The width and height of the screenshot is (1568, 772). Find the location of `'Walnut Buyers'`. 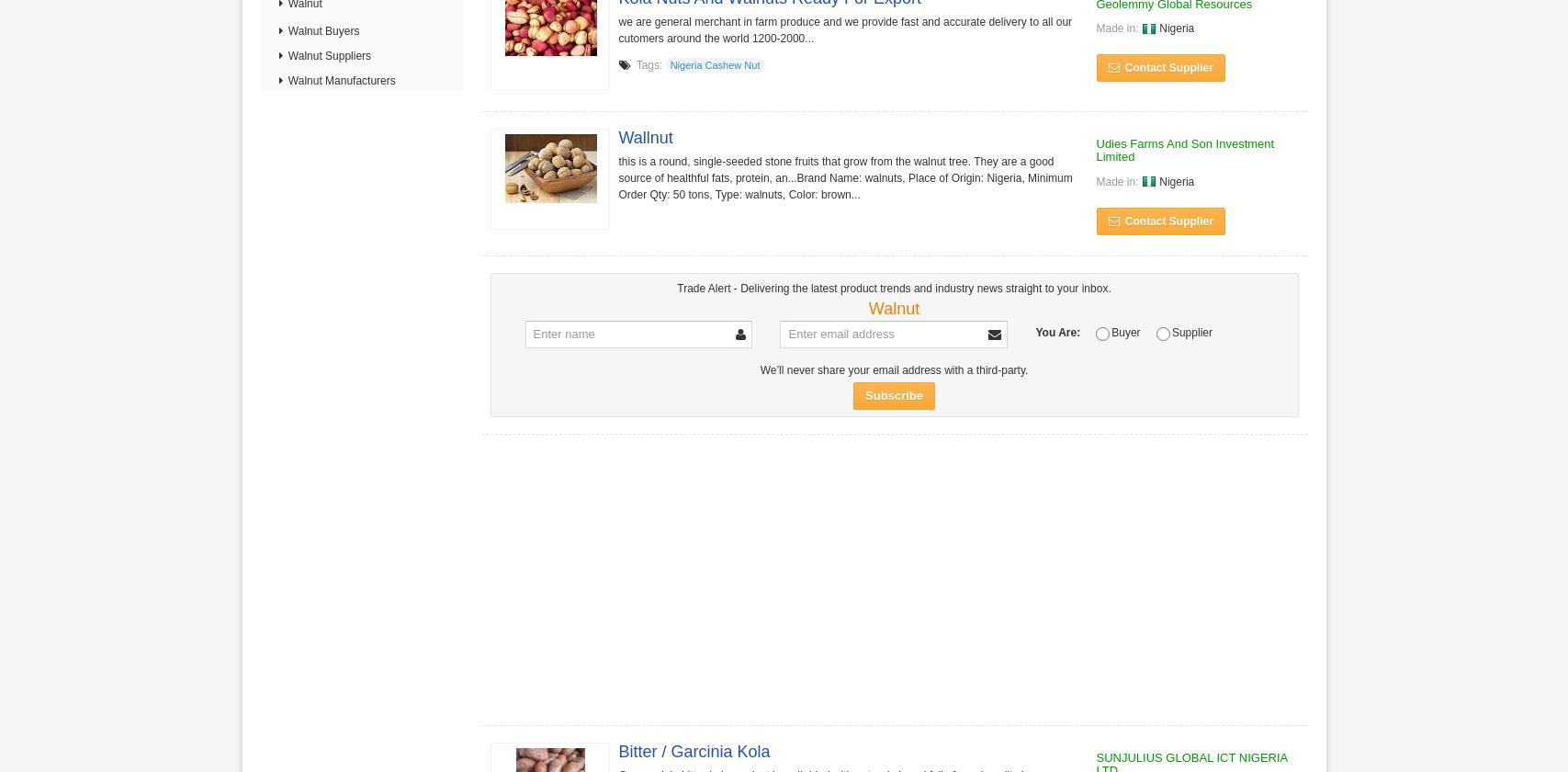

'Walnut Buyers' is located at coordinates (321, 31).